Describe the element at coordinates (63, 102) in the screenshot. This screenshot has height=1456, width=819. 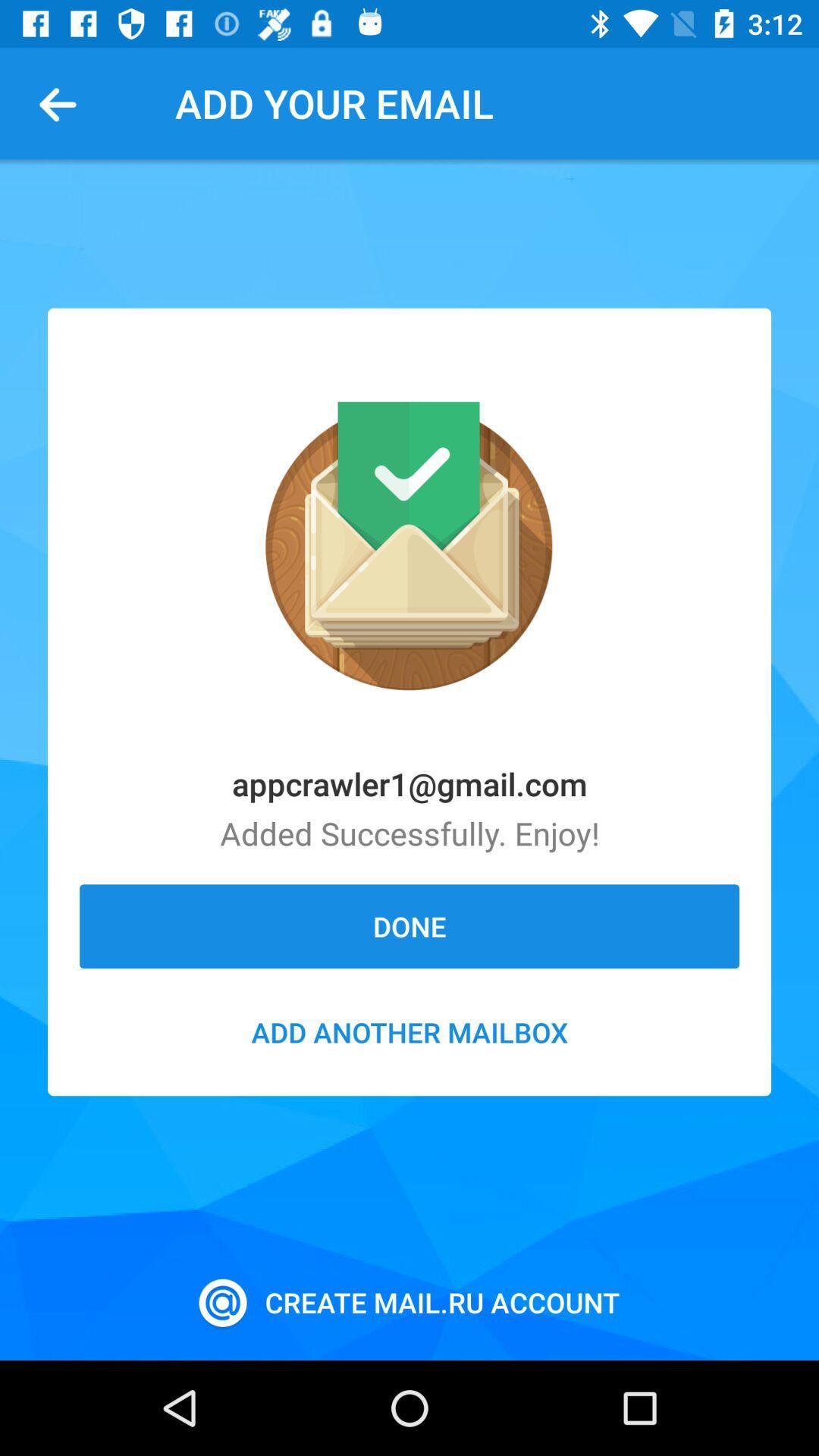
I see `the item next to add your email item` at that location.